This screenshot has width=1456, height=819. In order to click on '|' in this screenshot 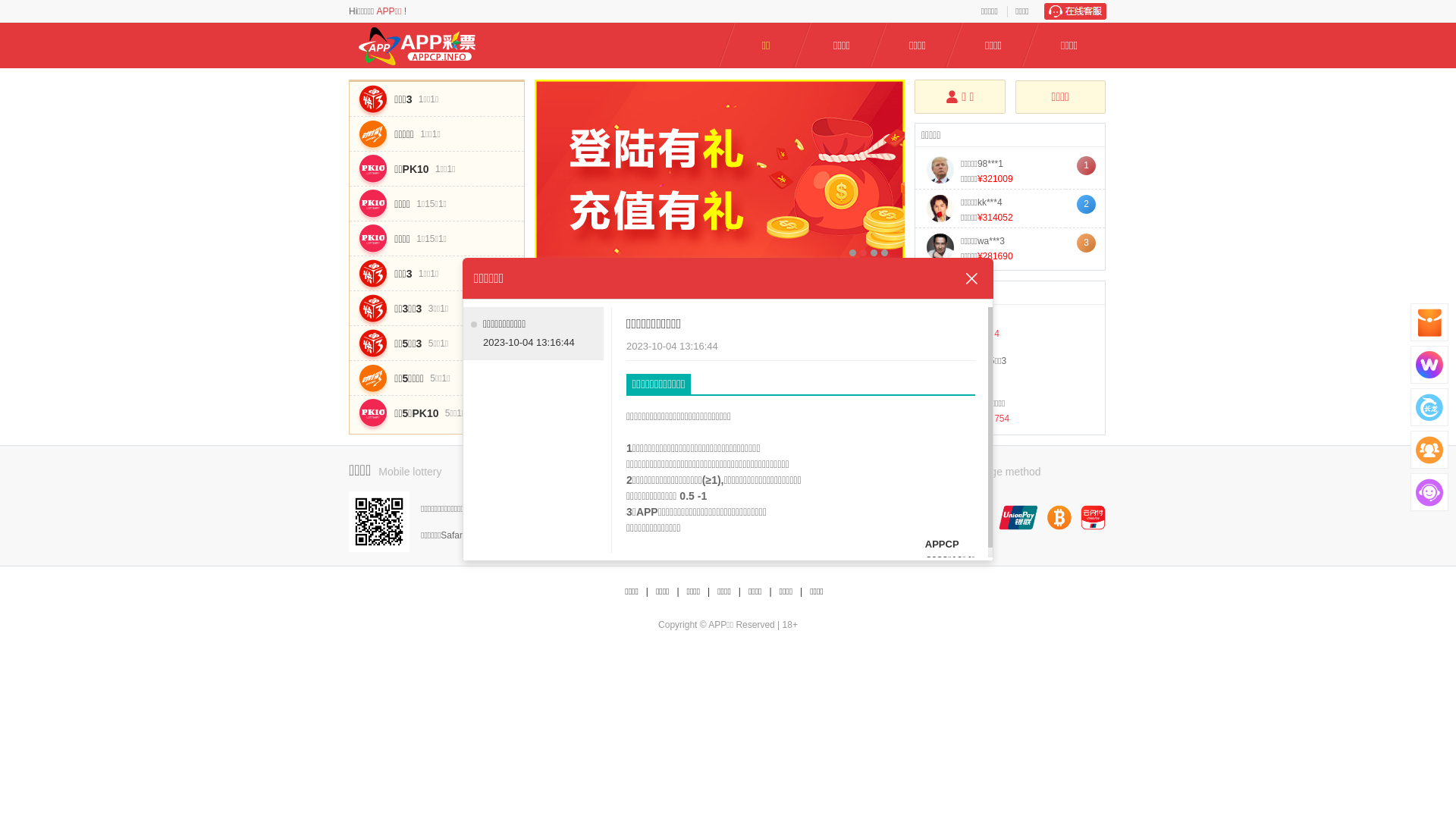, I will do `click(708, 591)`.